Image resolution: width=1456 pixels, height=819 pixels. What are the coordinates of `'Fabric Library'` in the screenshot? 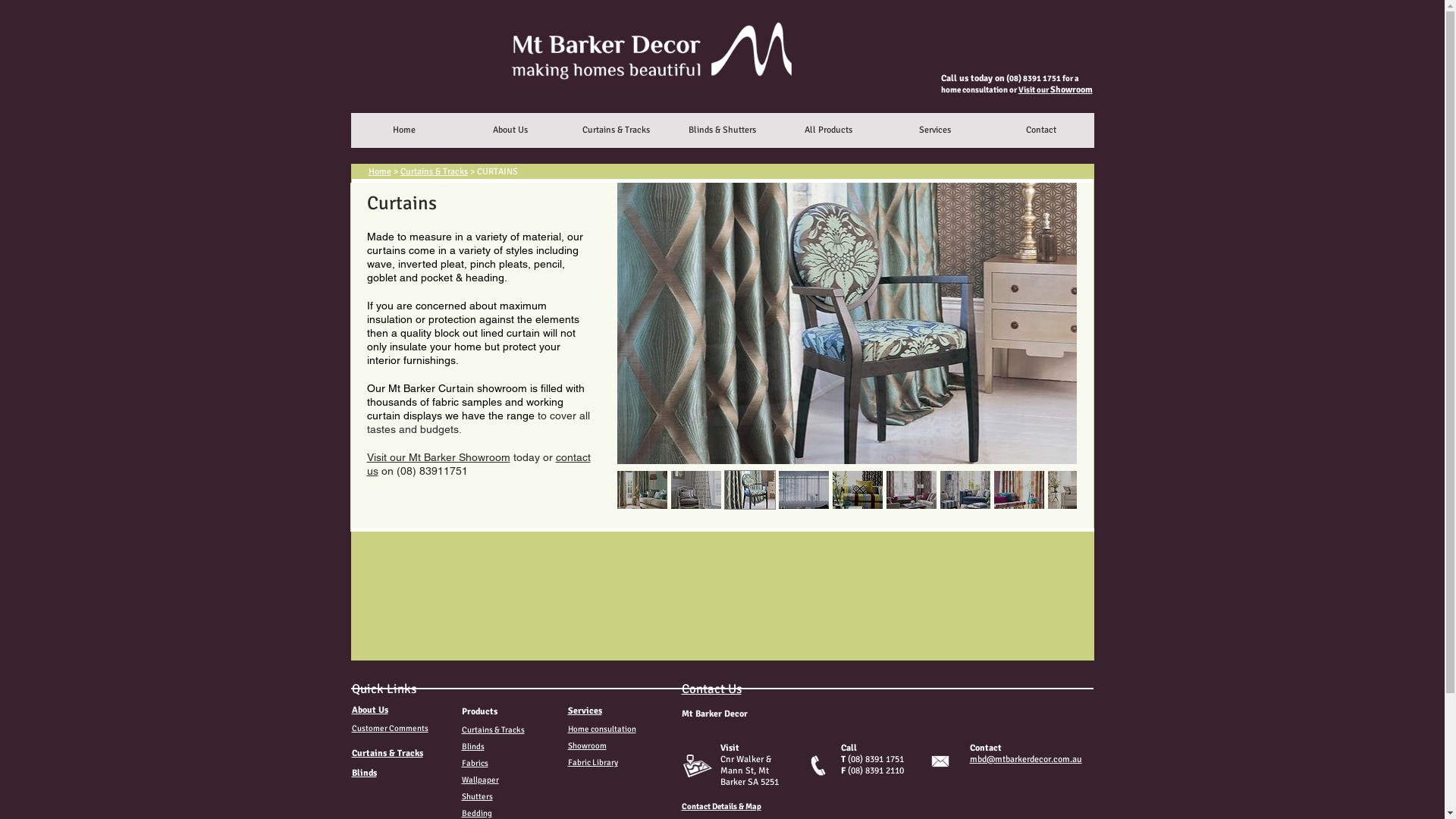 It's located at (591, 762).